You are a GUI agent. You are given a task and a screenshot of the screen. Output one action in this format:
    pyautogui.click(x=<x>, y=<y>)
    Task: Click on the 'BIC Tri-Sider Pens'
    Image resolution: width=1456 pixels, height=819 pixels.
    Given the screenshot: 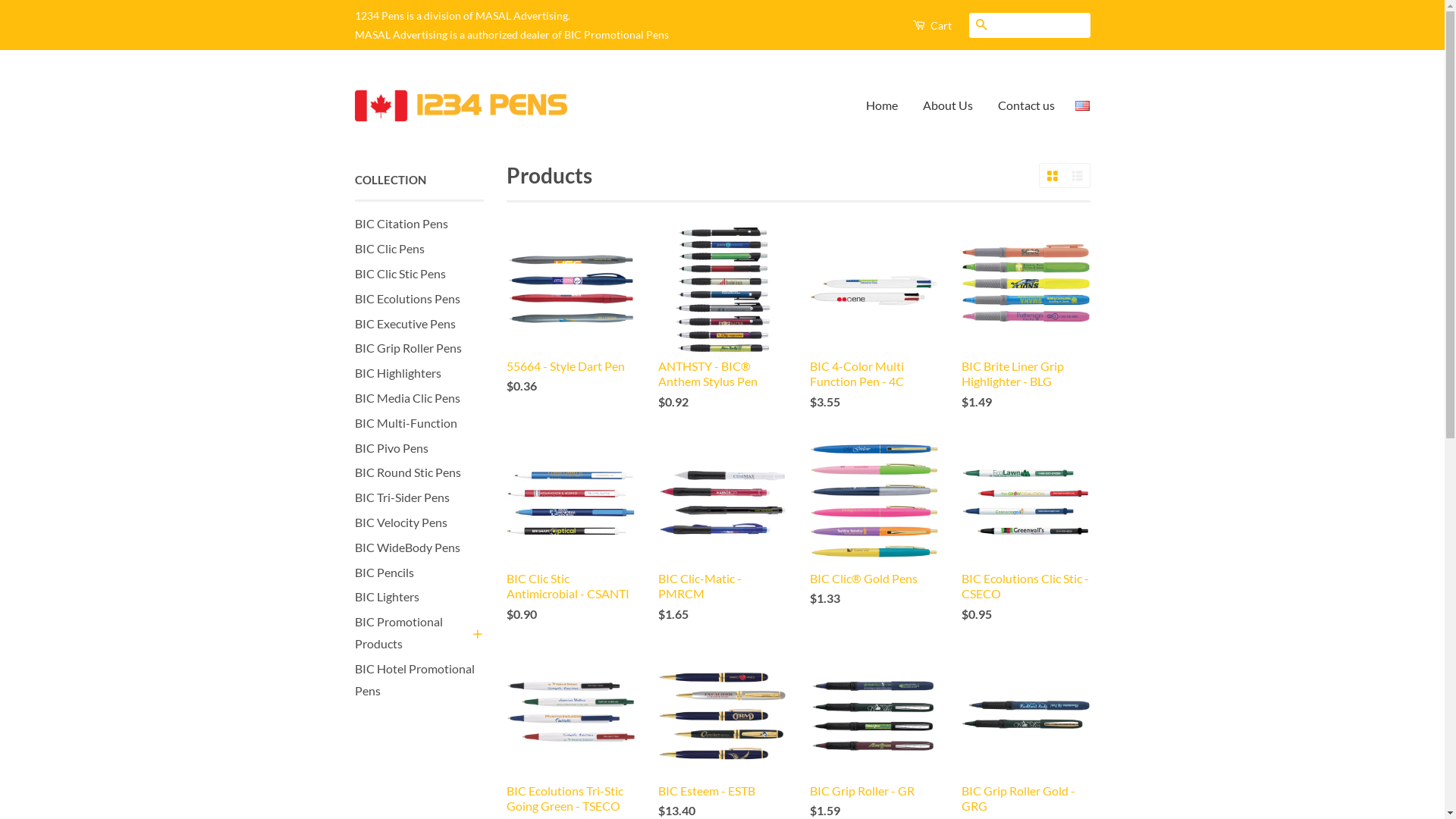 What is the action you would take?
    pyautogui.click(x=402, y=497)
    